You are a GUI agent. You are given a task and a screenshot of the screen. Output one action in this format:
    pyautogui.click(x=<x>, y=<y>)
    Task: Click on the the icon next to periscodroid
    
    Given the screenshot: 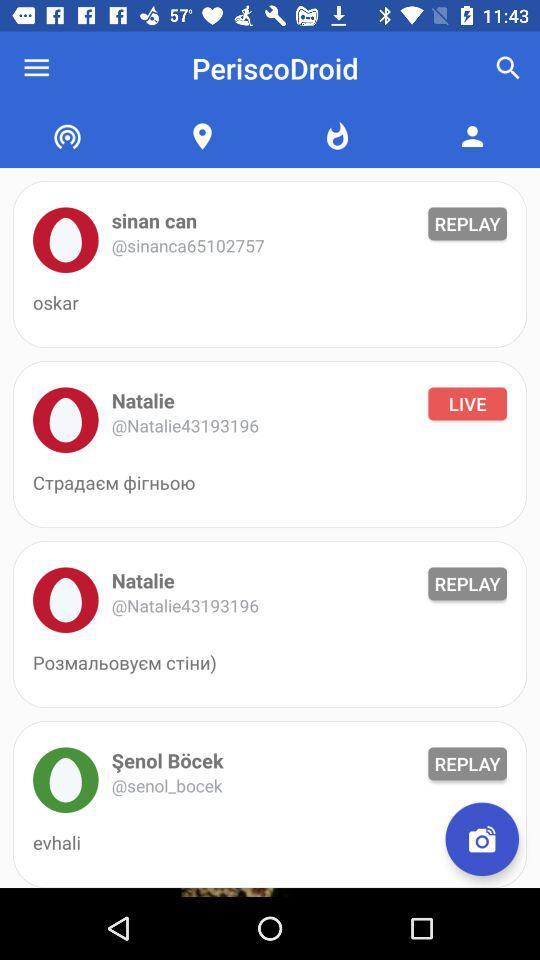 What is the action you would take?
    pyautogui.click(x=508, y=68)
    